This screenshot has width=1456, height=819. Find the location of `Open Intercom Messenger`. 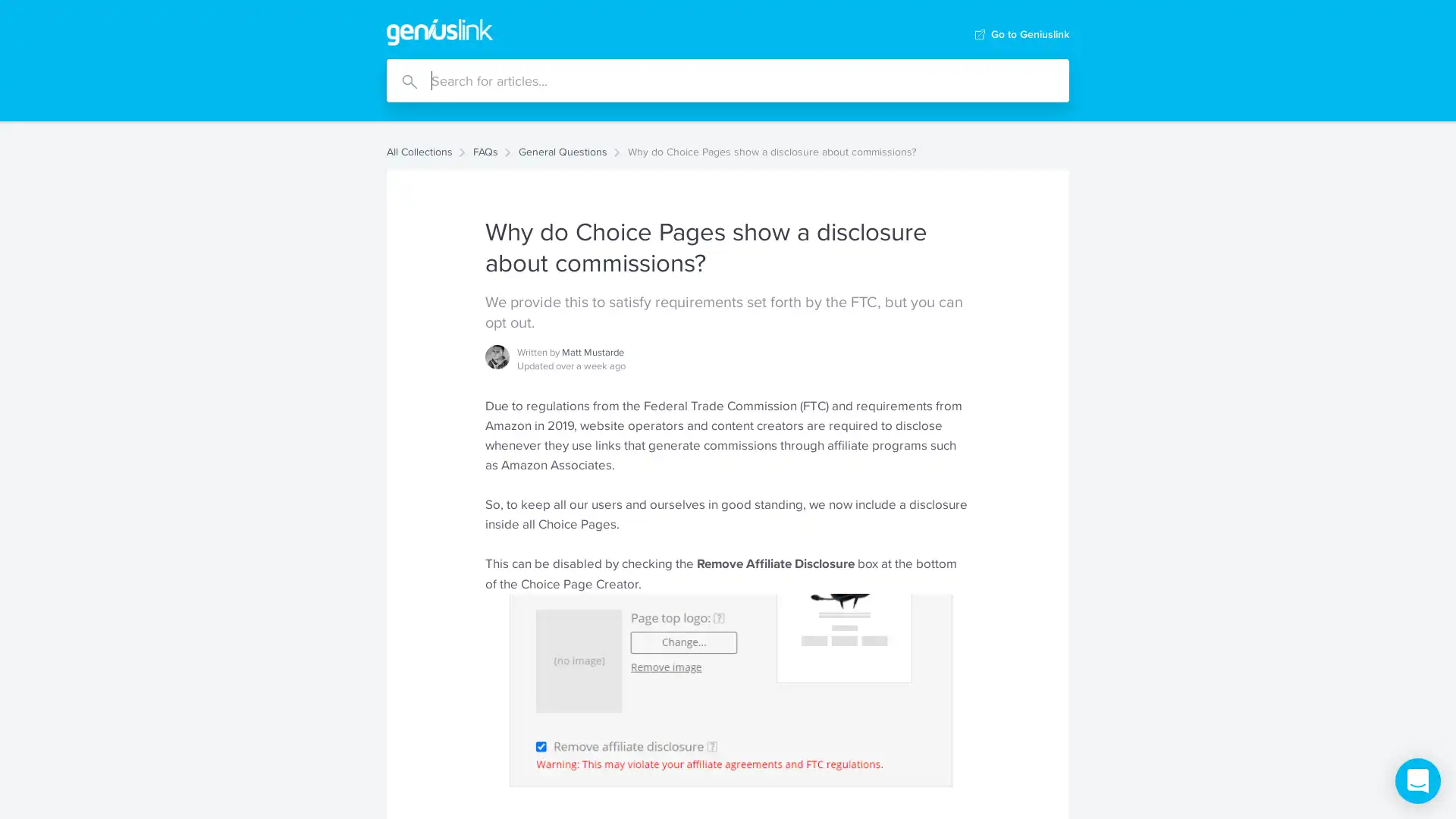

Open Intercom Messenger is located at coordinates (1417, 780).